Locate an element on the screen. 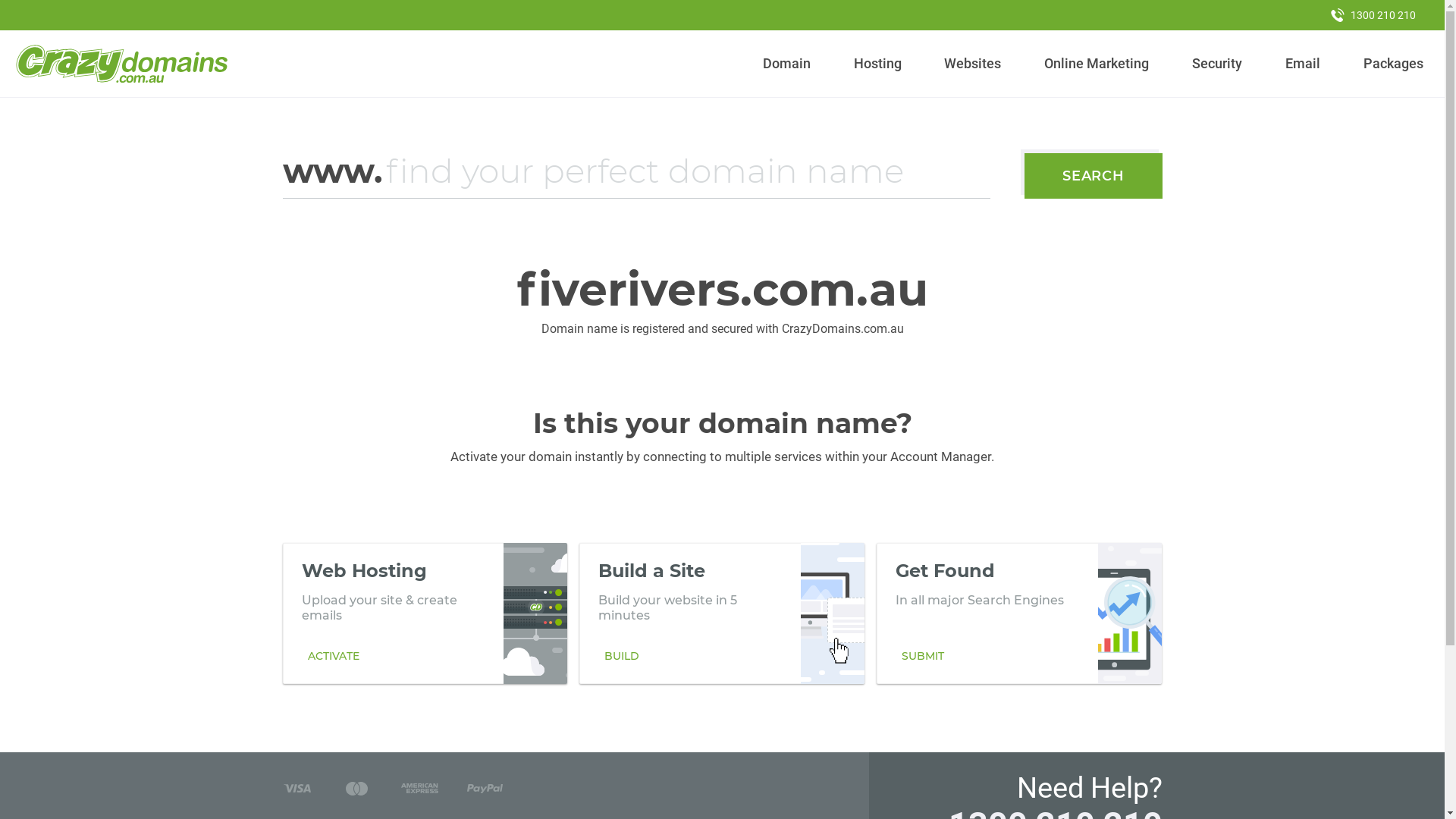  'Email' is located at coordinates (1301, 63).